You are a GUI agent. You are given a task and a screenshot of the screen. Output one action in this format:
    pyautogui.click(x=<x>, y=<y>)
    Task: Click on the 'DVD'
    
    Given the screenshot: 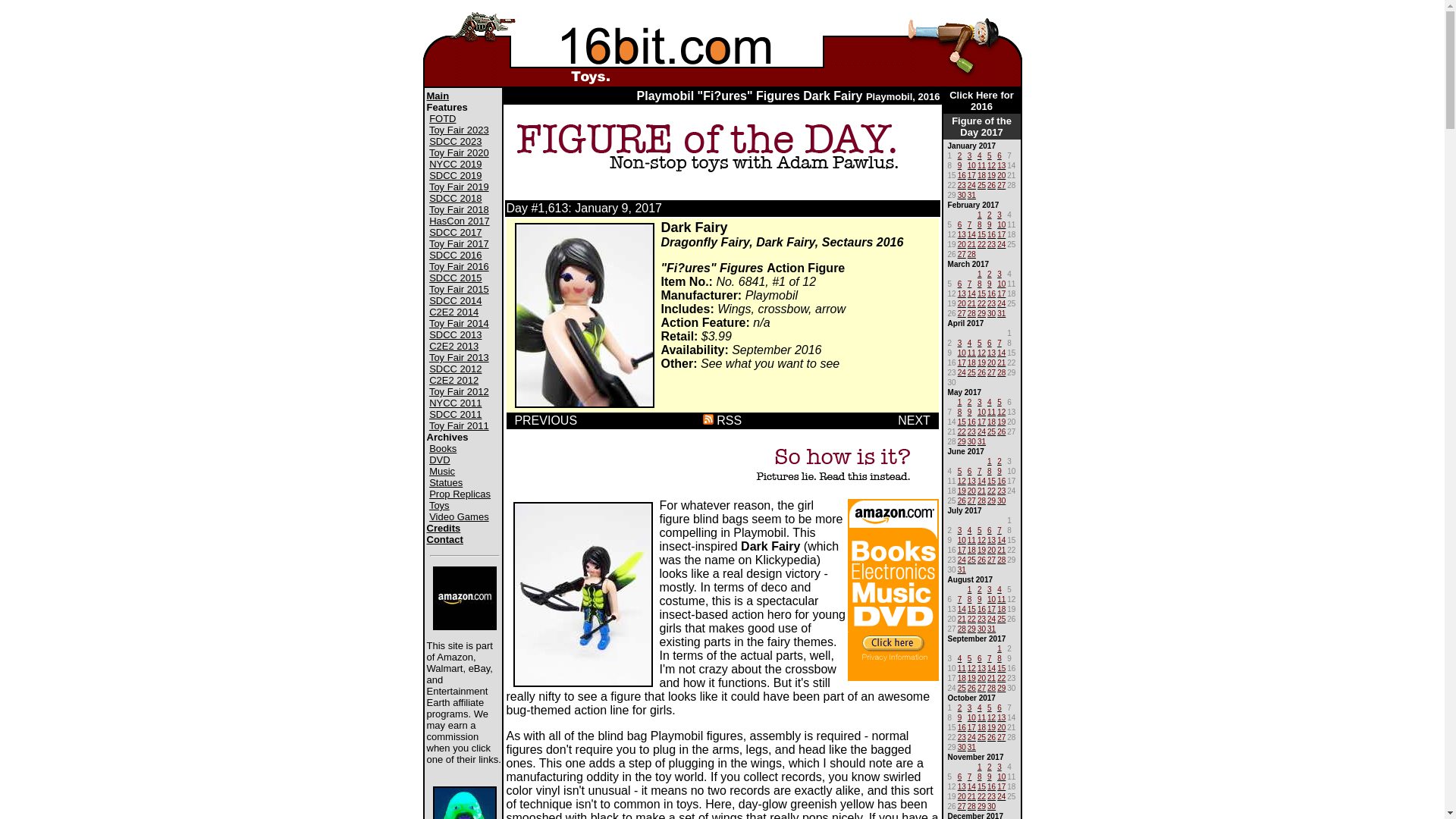 What is the action you would take?
    pyautogui.click(x=438, y=459)
    